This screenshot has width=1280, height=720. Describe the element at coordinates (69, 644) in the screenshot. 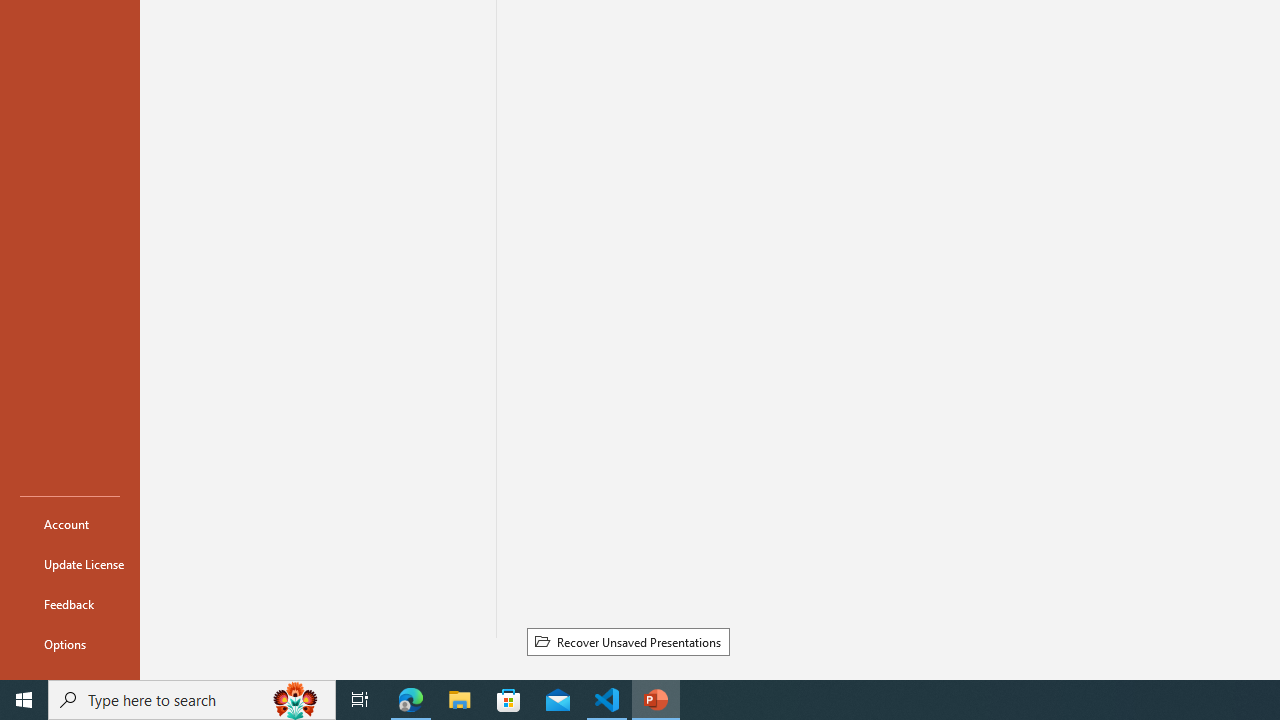

I see `'Options'` at that location.